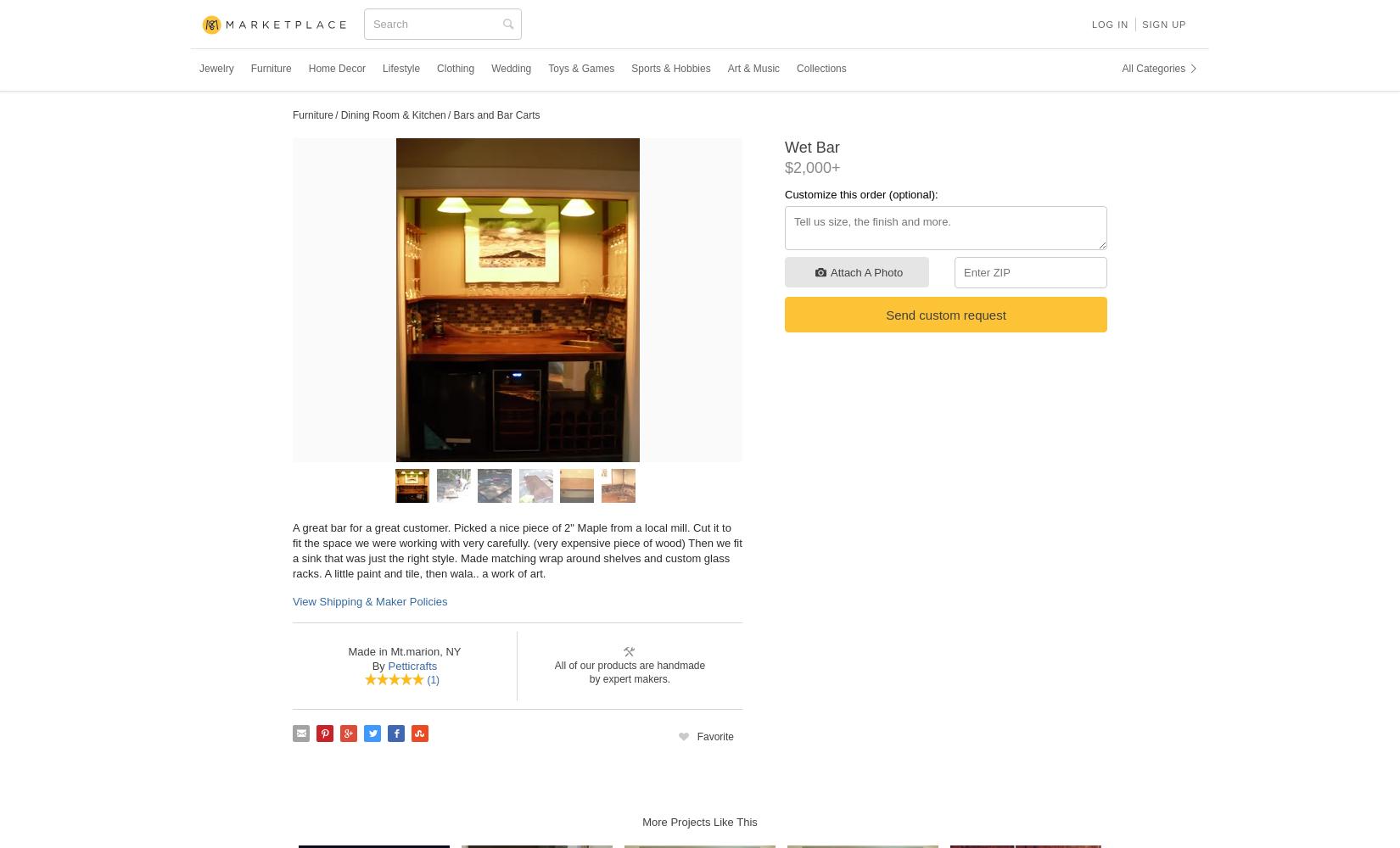 The height and width of the screenshot is (848, 1400). Describe the element at coordinates (350, 37) in the screenshot. I see `'CustomMade'` at that location.